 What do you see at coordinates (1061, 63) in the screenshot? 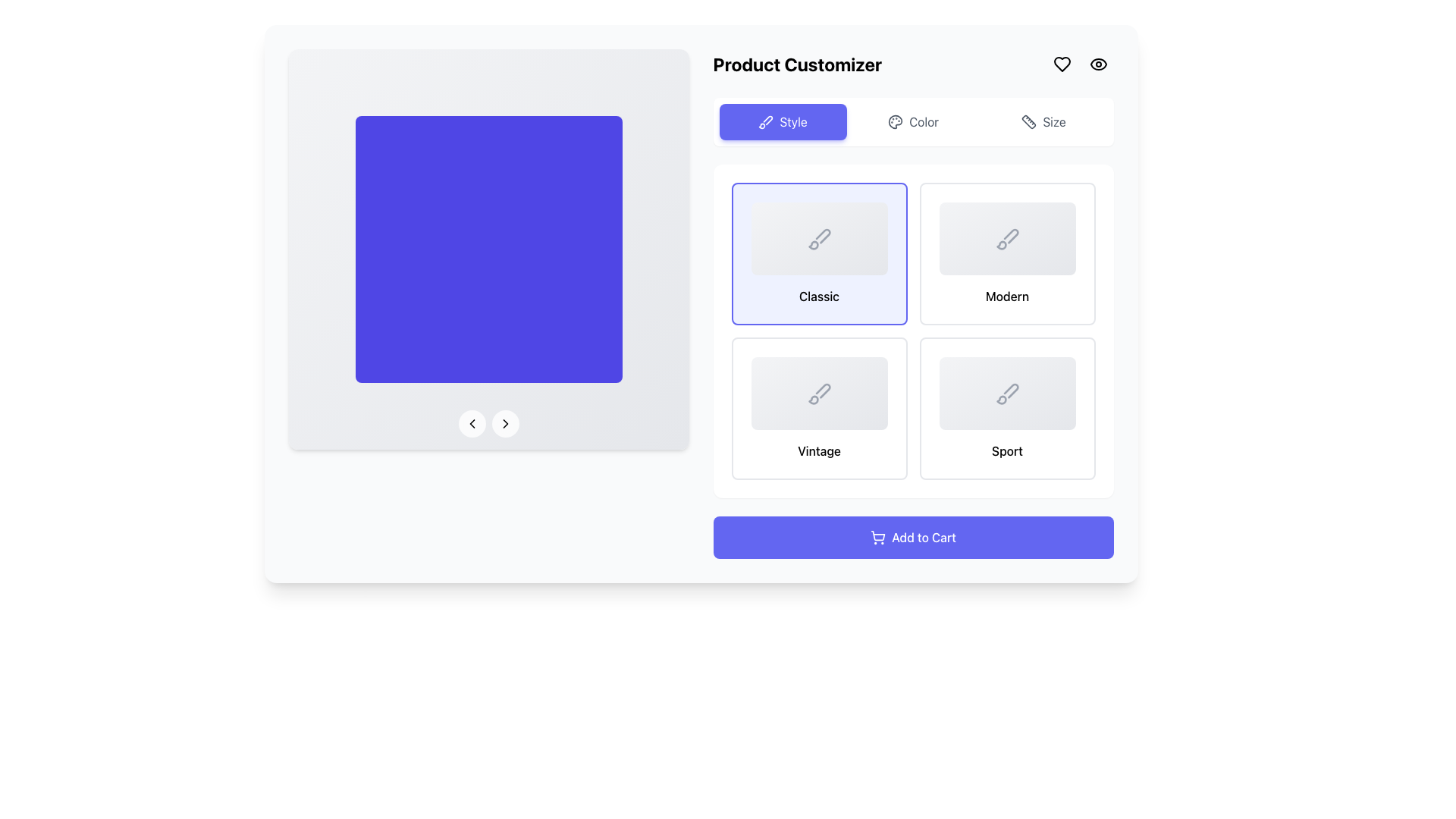
I see `the heart outline icon located near the top-right corner of the interface to potentially reveal a tooltip` at bounding box center [1061, 63].